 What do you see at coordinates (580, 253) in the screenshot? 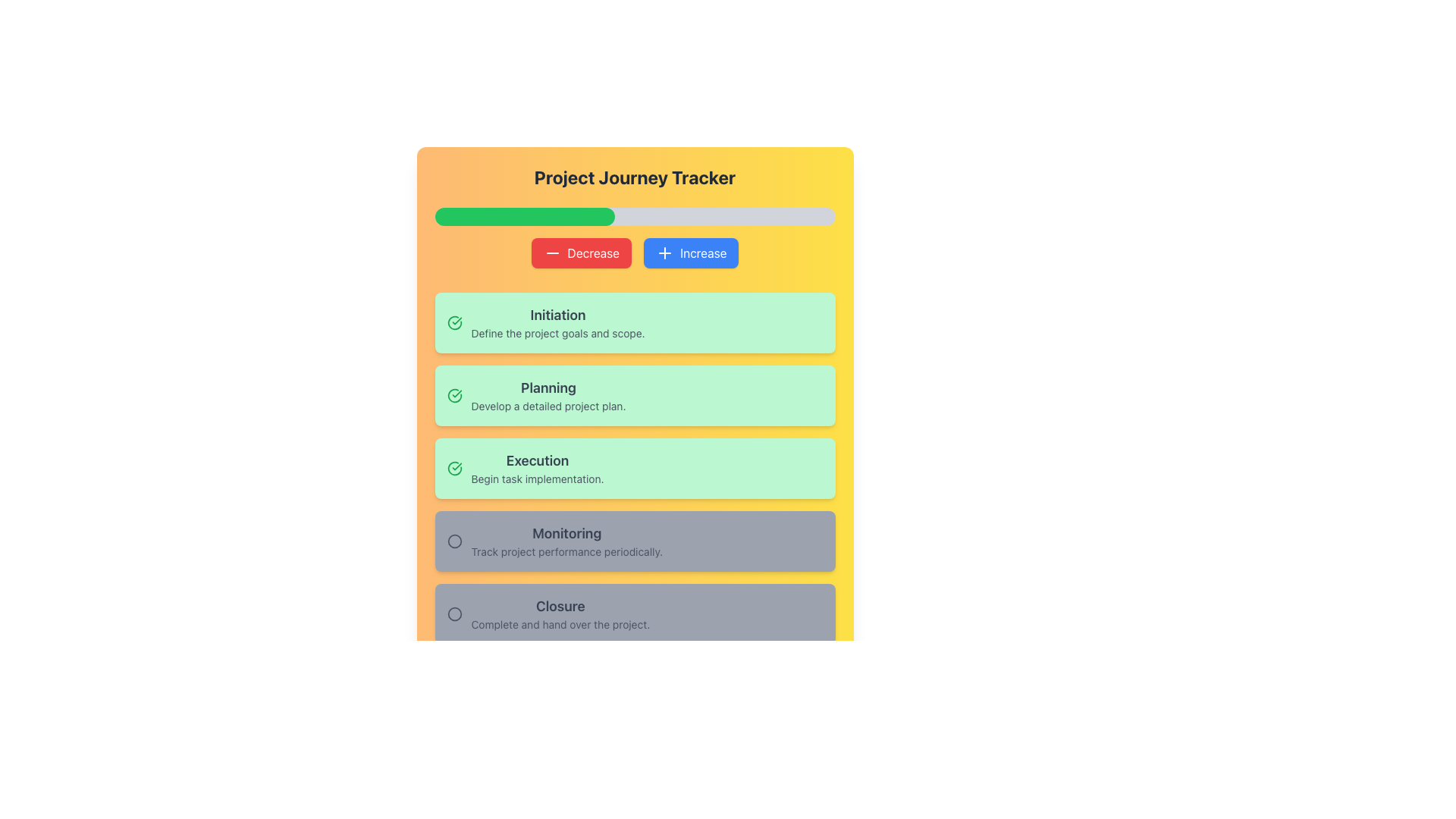
I see `the 'Decrease' button located below the progress bar in the 'Project Journey Tracker' section` at bounding box center [580, 253].